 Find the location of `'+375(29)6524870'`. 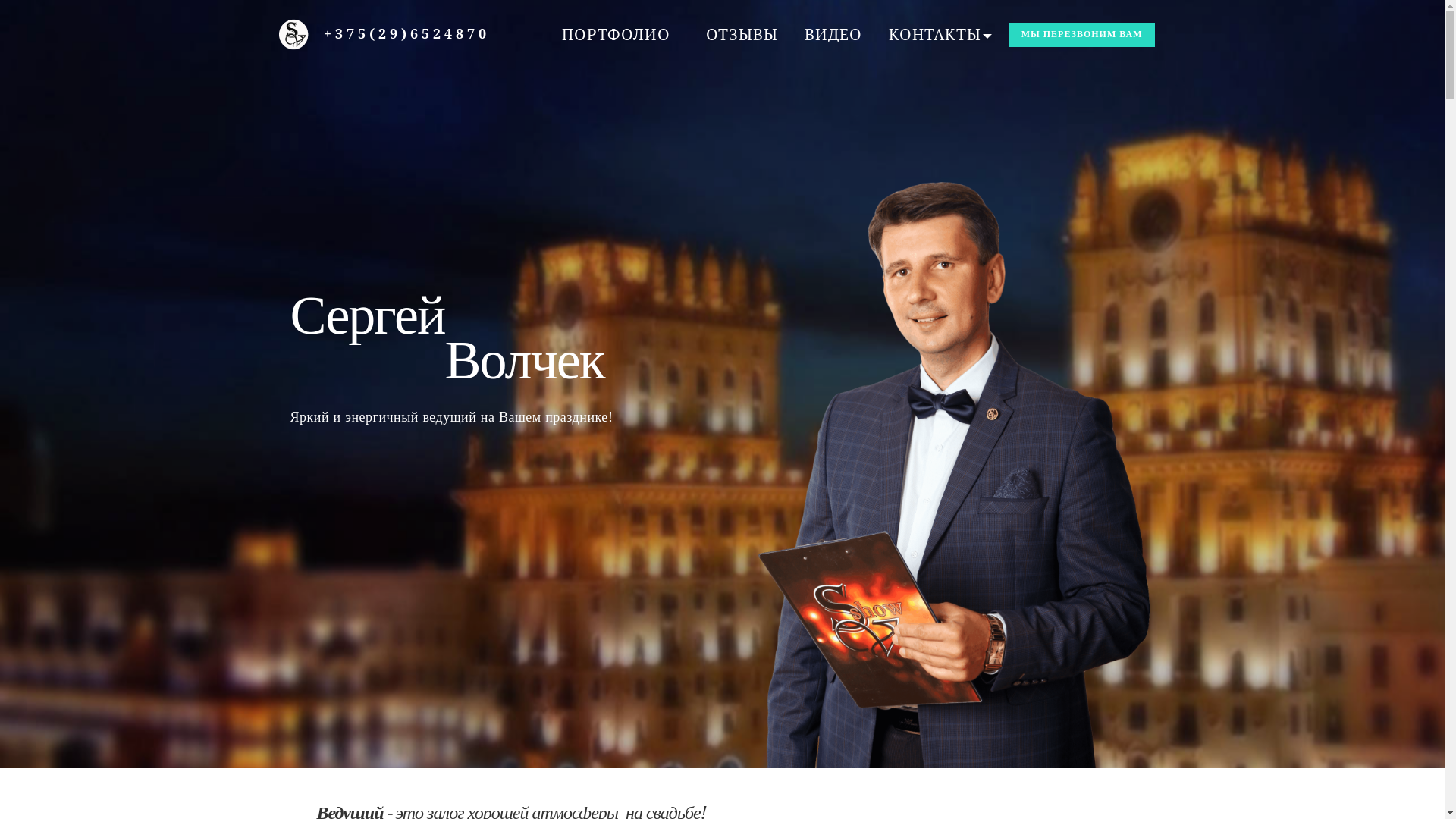

'+375(29)6524870' is located at coordinates (406, 33).